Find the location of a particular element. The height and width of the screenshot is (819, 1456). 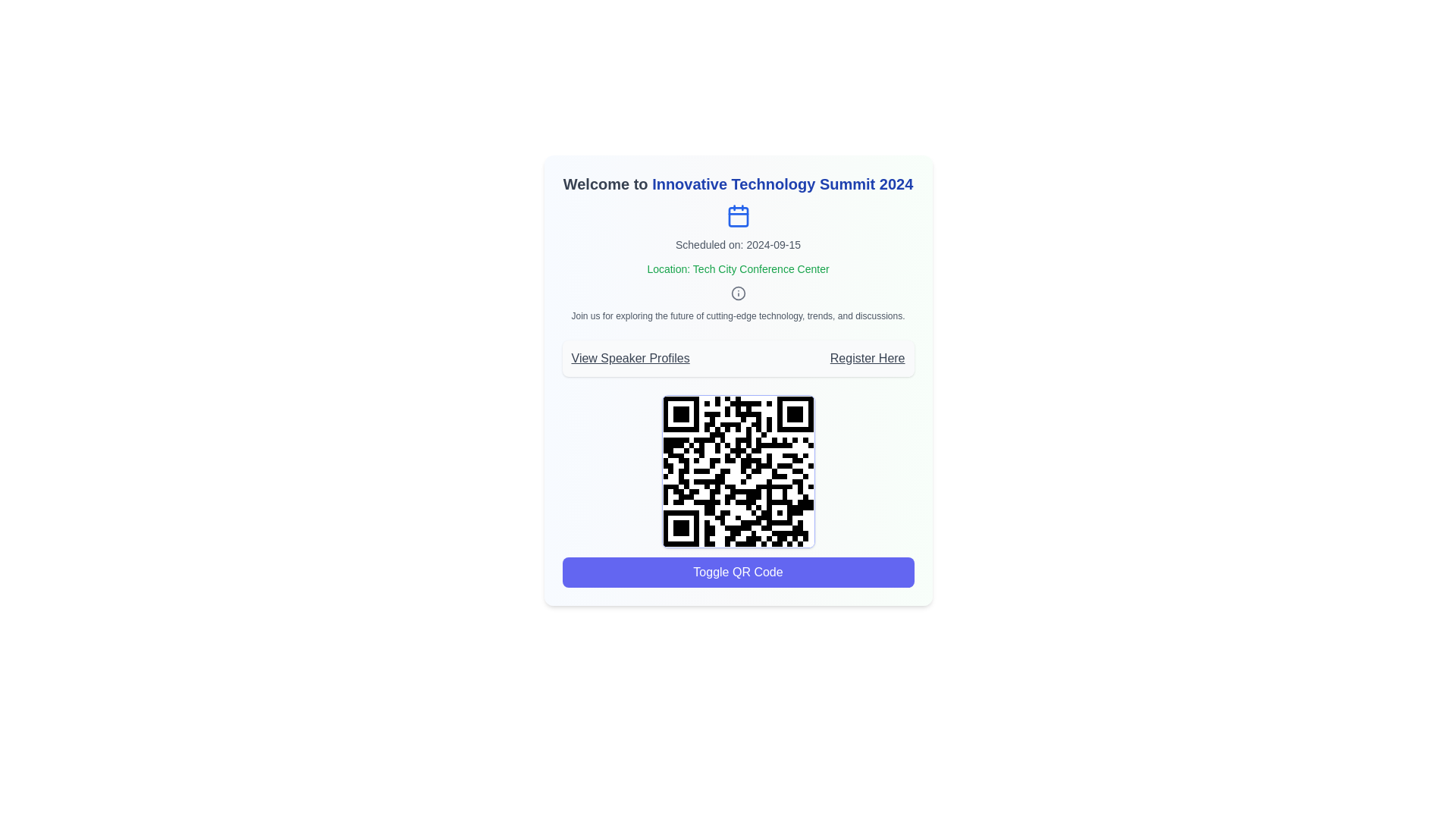

the QR Code component that provides a scannable QR Code for accessing the registration page for the 2024 conference is located at coordinates (738, 470).